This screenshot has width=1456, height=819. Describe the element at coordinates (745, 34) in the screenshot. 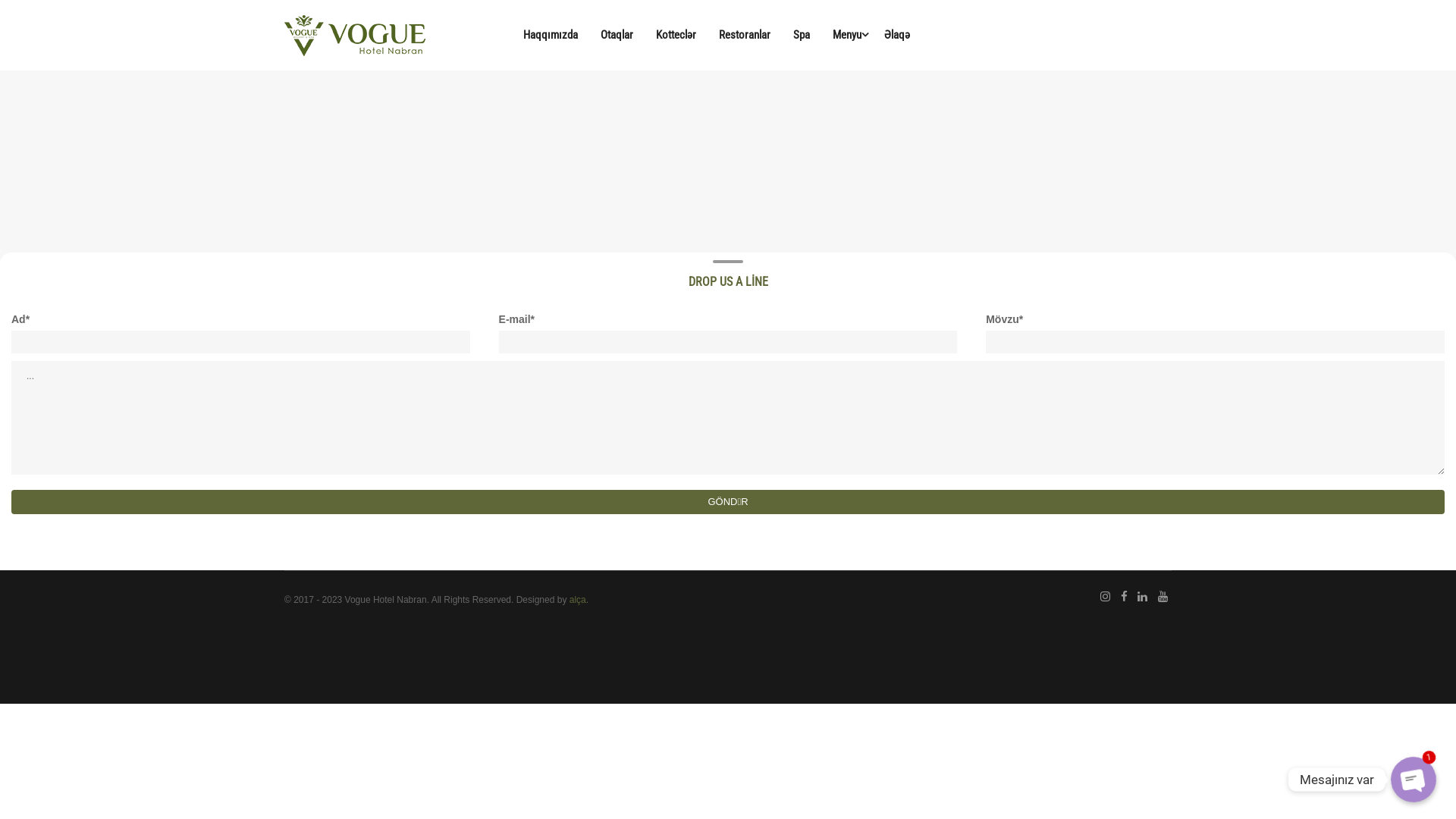

I see `'Restoranlar'` at that location.